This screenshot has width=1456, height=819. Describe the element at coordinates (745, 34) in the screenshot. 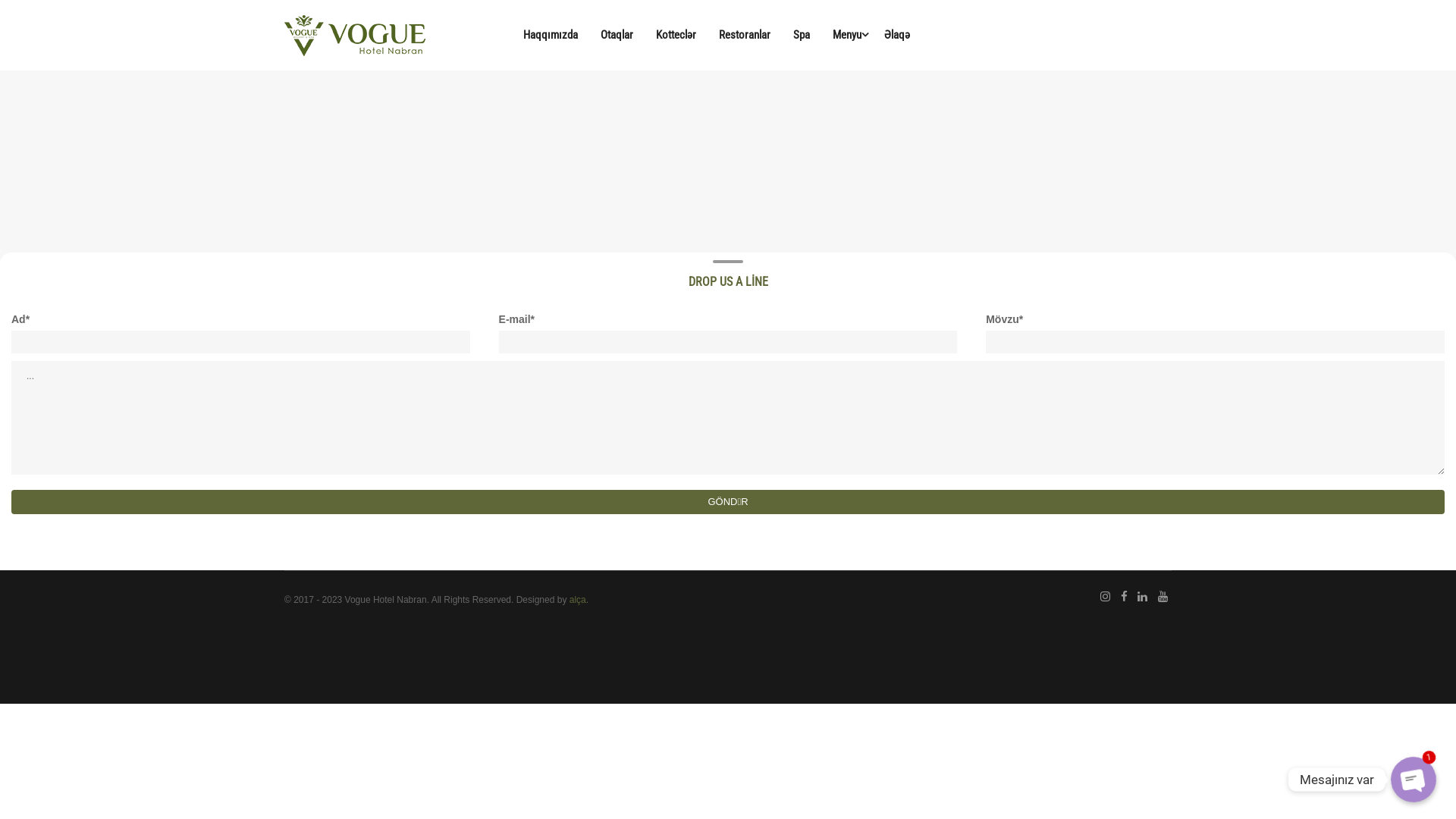

I see `'Restoranlar'` at that location.